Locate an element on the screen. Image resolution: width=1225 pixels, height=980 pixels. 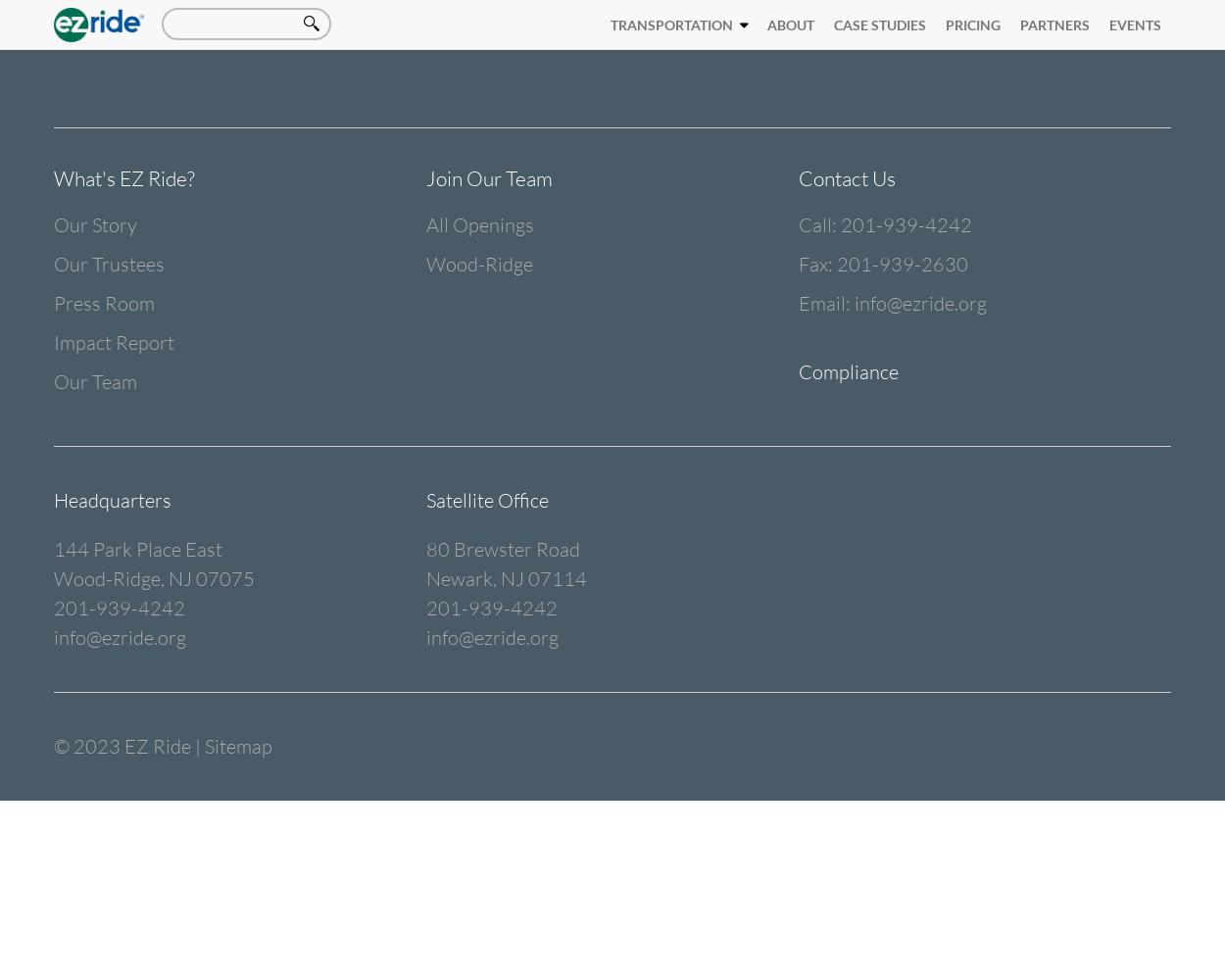
'Satellite Office' is located at coordinates (486, 500).